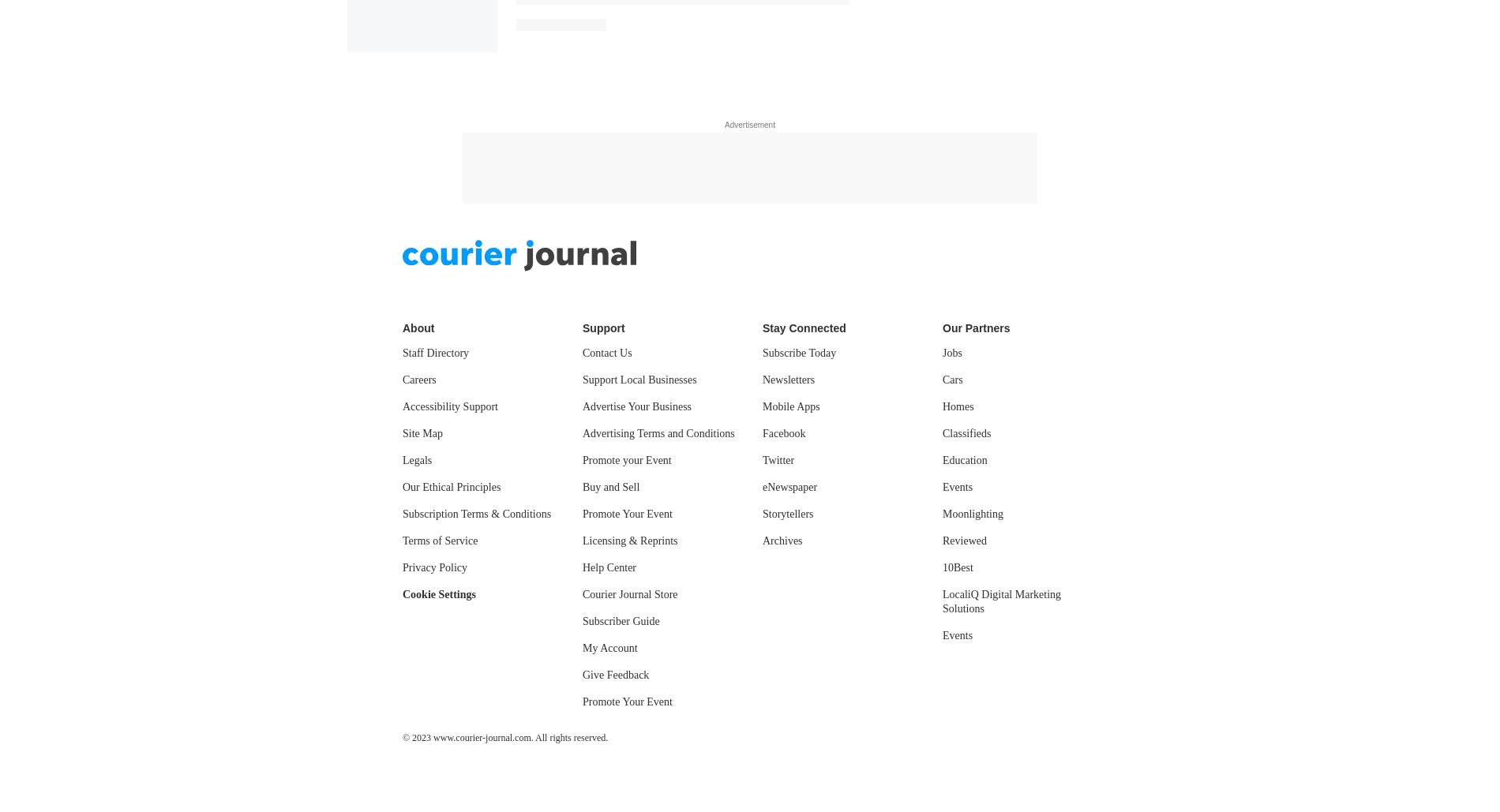 The image size is (1500, 812). I want to click on 'Terms of Service', so click(440, 98).